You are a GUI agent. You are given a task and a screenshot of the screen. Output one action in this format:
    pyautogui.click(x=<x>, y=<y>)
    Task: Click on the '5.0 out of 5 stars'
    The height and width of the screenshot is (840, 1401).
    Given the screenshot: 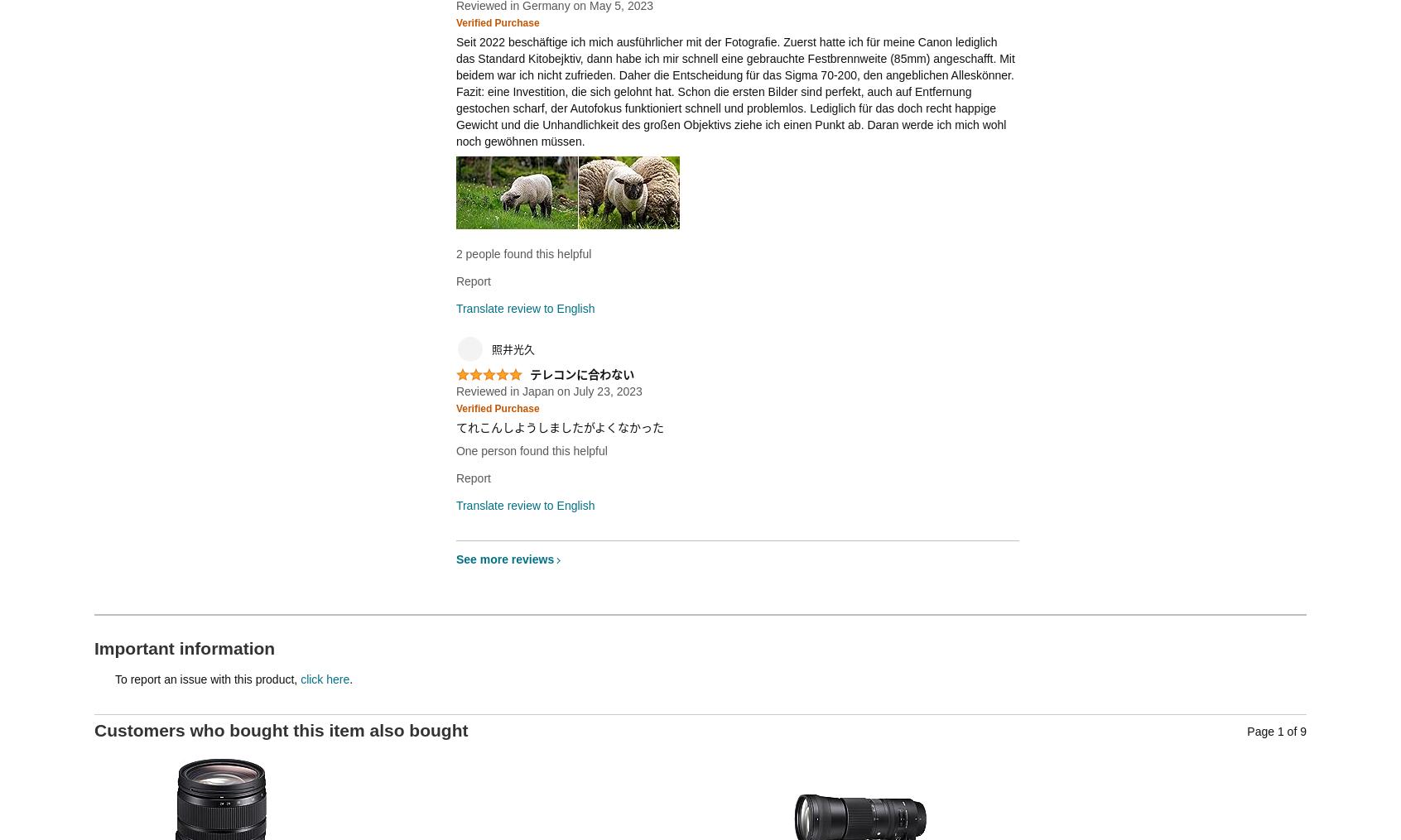 What is the action you would take?
    pyautogui.click(x=483, y=381)
    